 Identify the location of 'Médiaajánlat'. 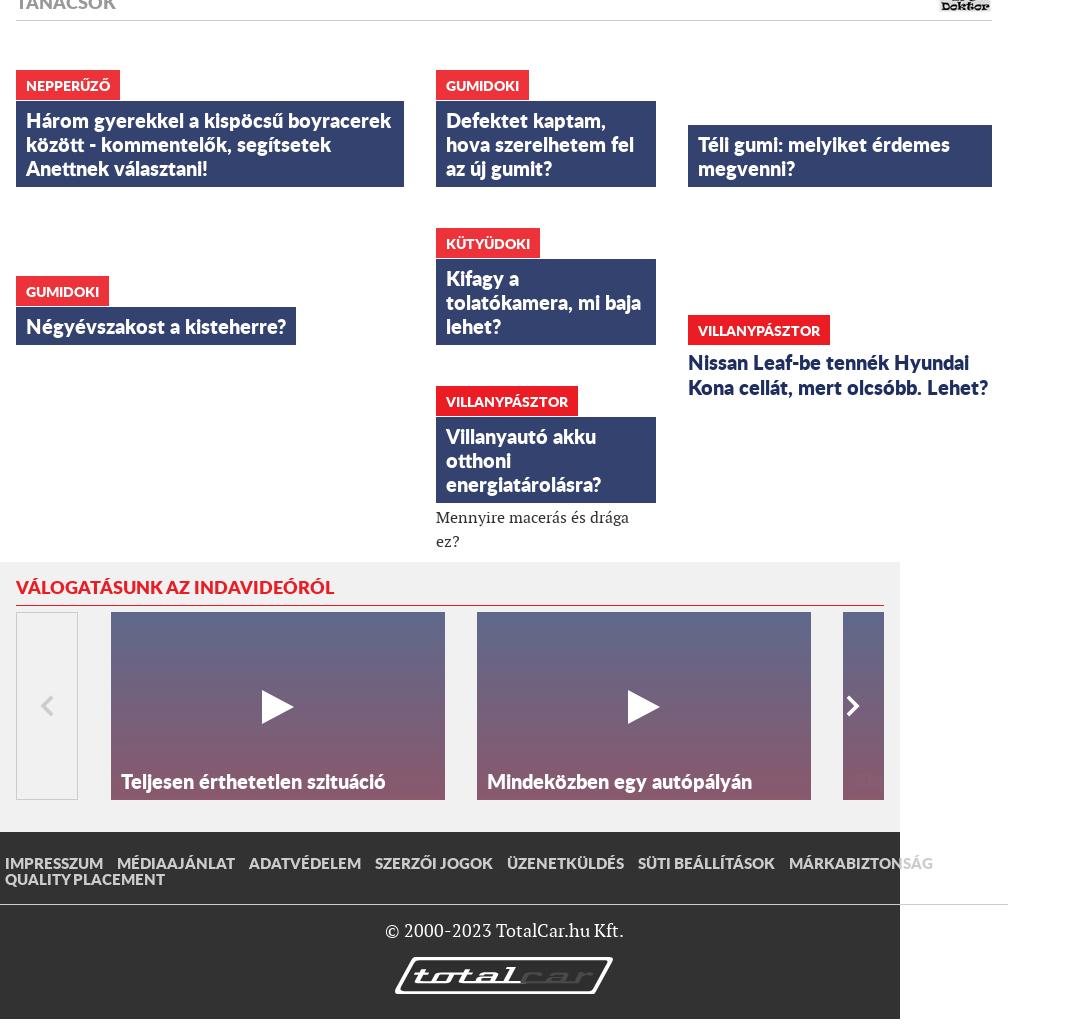
(116, 860).